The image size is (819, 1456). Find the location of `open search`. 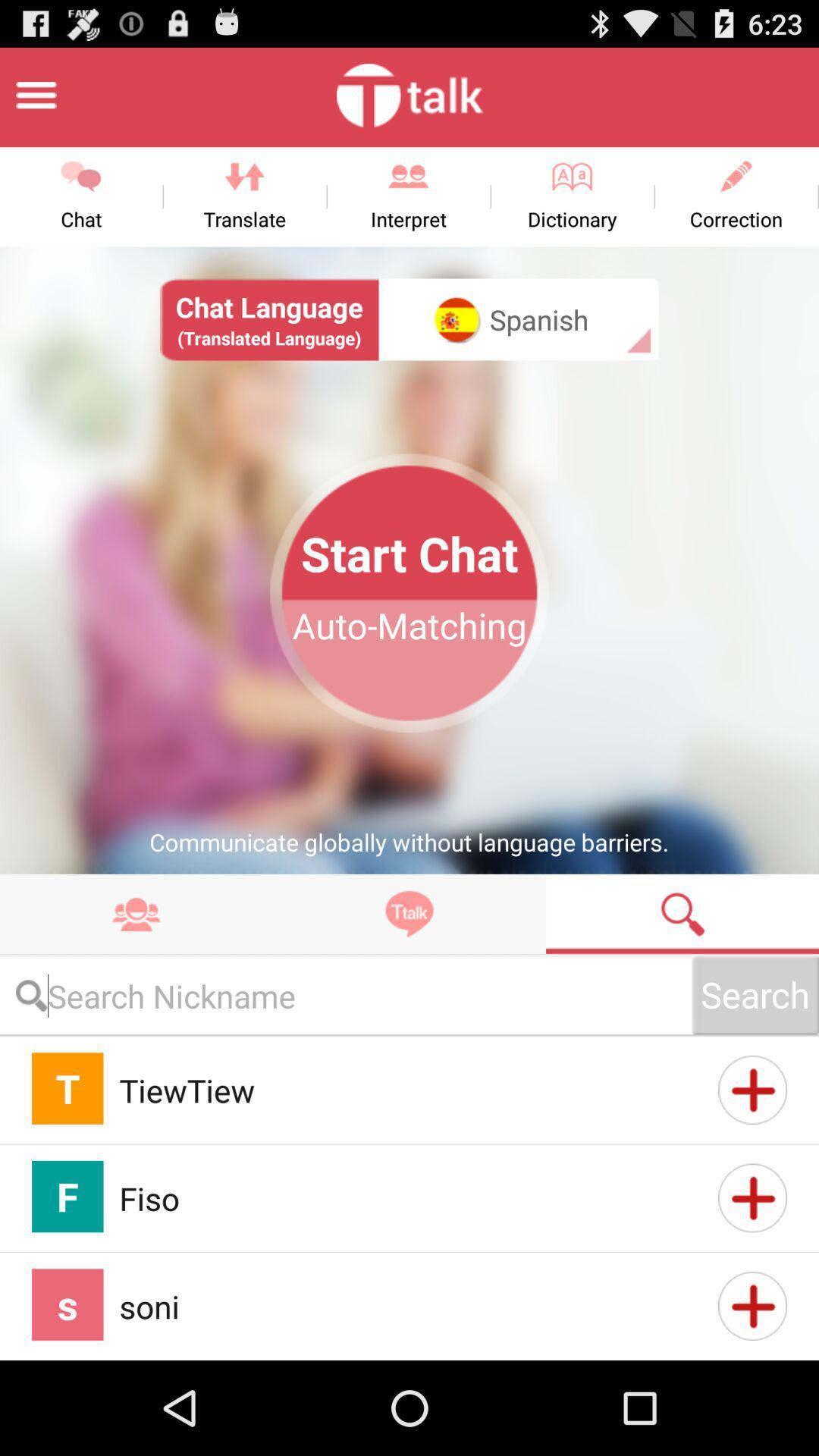

open search is located at coordinates (681, 913).